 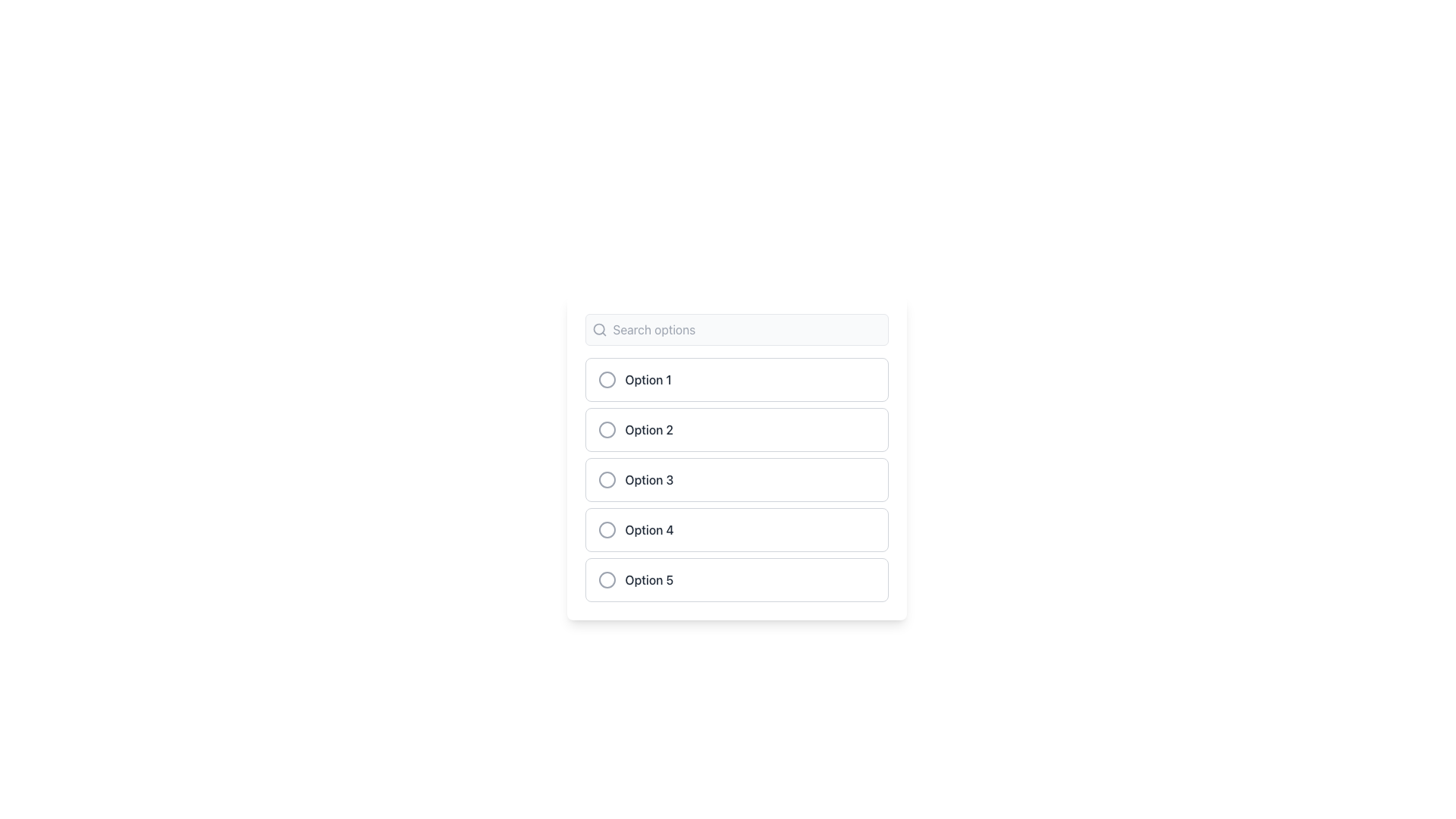 I want to click on the circular lens of the magnifying glass icon within the search bar, which visually indicates the search functionality, so click(x=598, y=328).